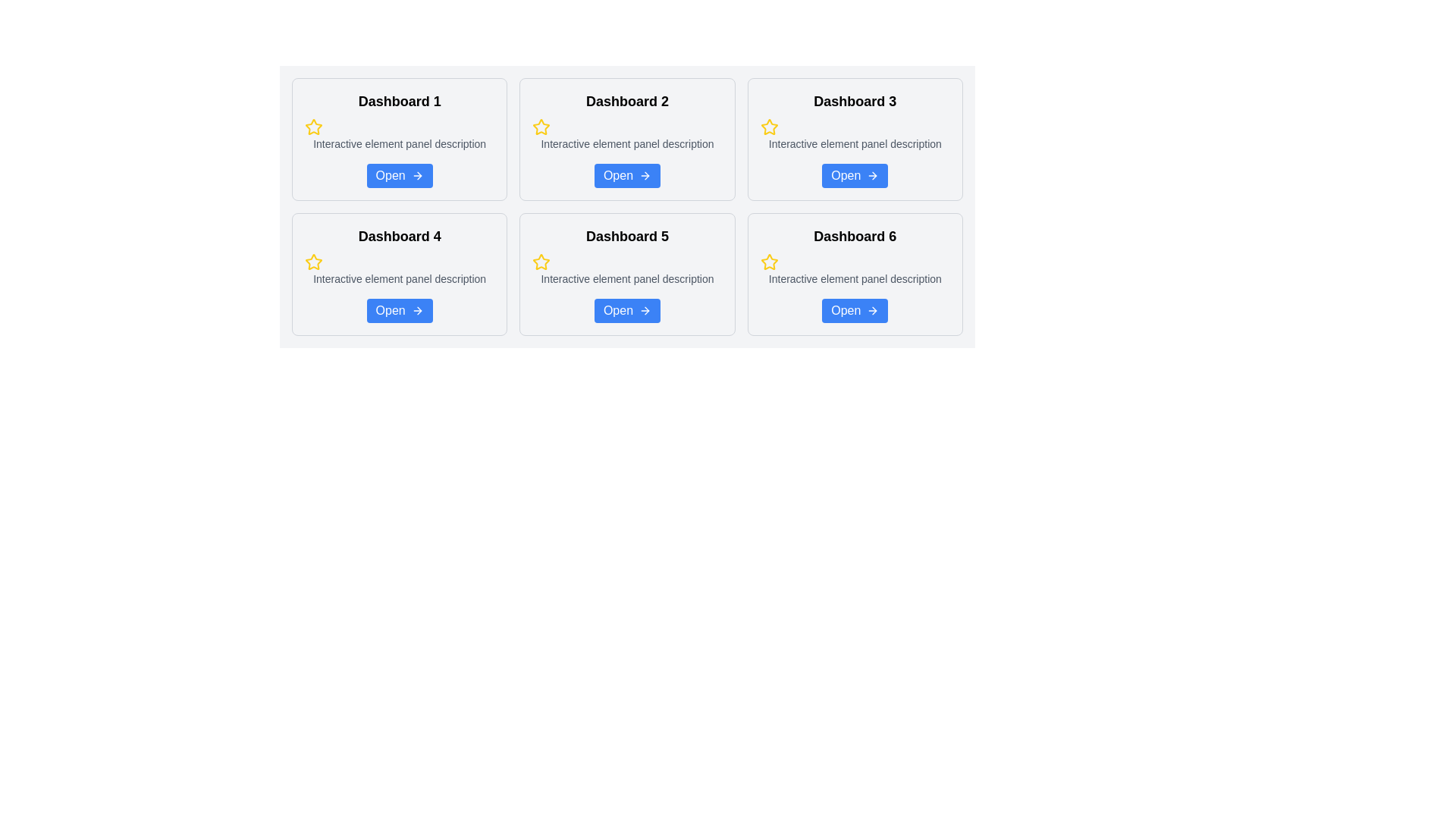 This screenshot has width=1456, height=819. I want to click on the 'Open' button with a blue background and white text located in the bottom-right corner of the 'Dashboard 5' panel, so click(627, 309).